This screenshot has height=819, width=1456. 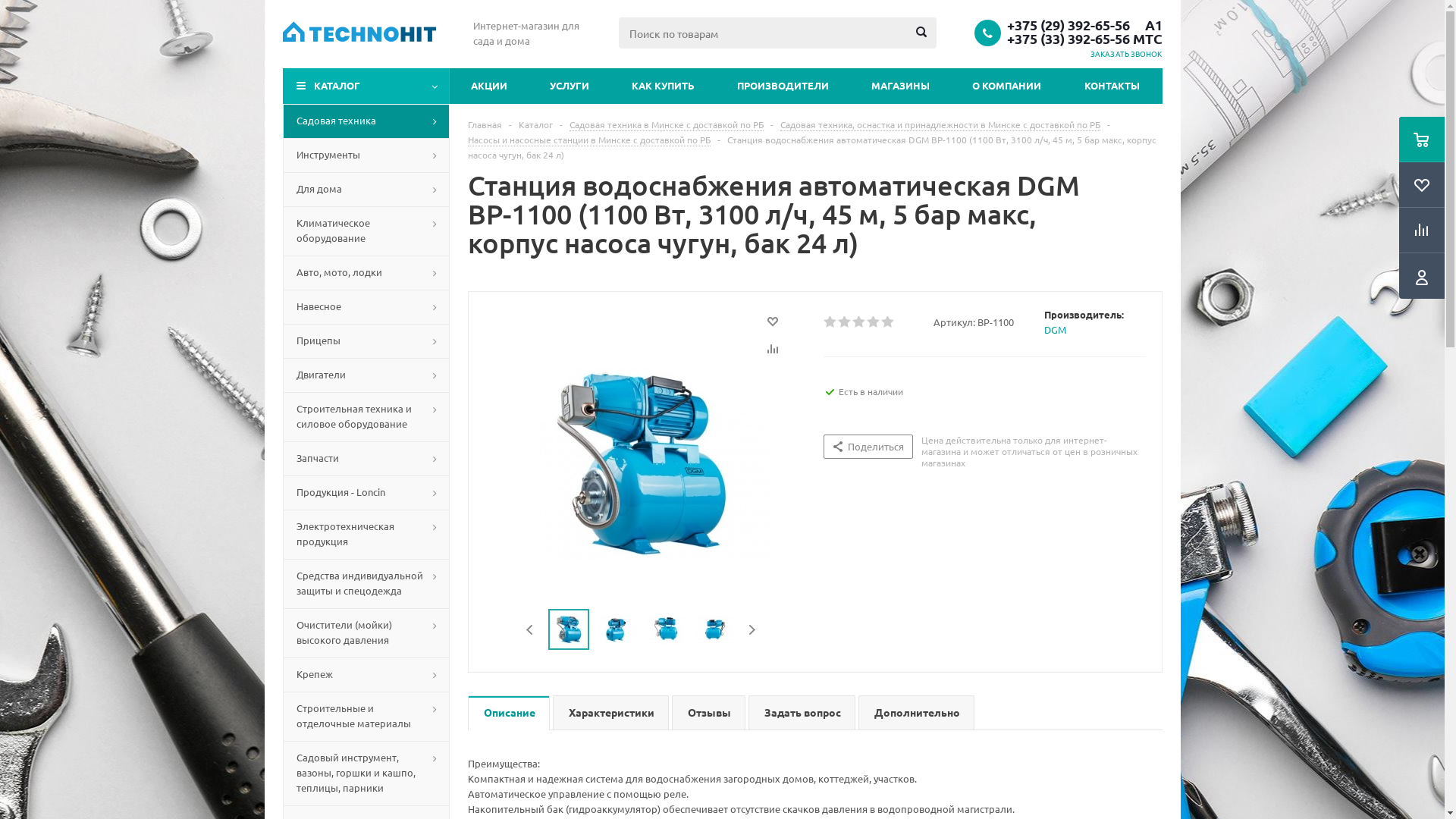 I want to click on 'Previous', so click(x=530, y=629).